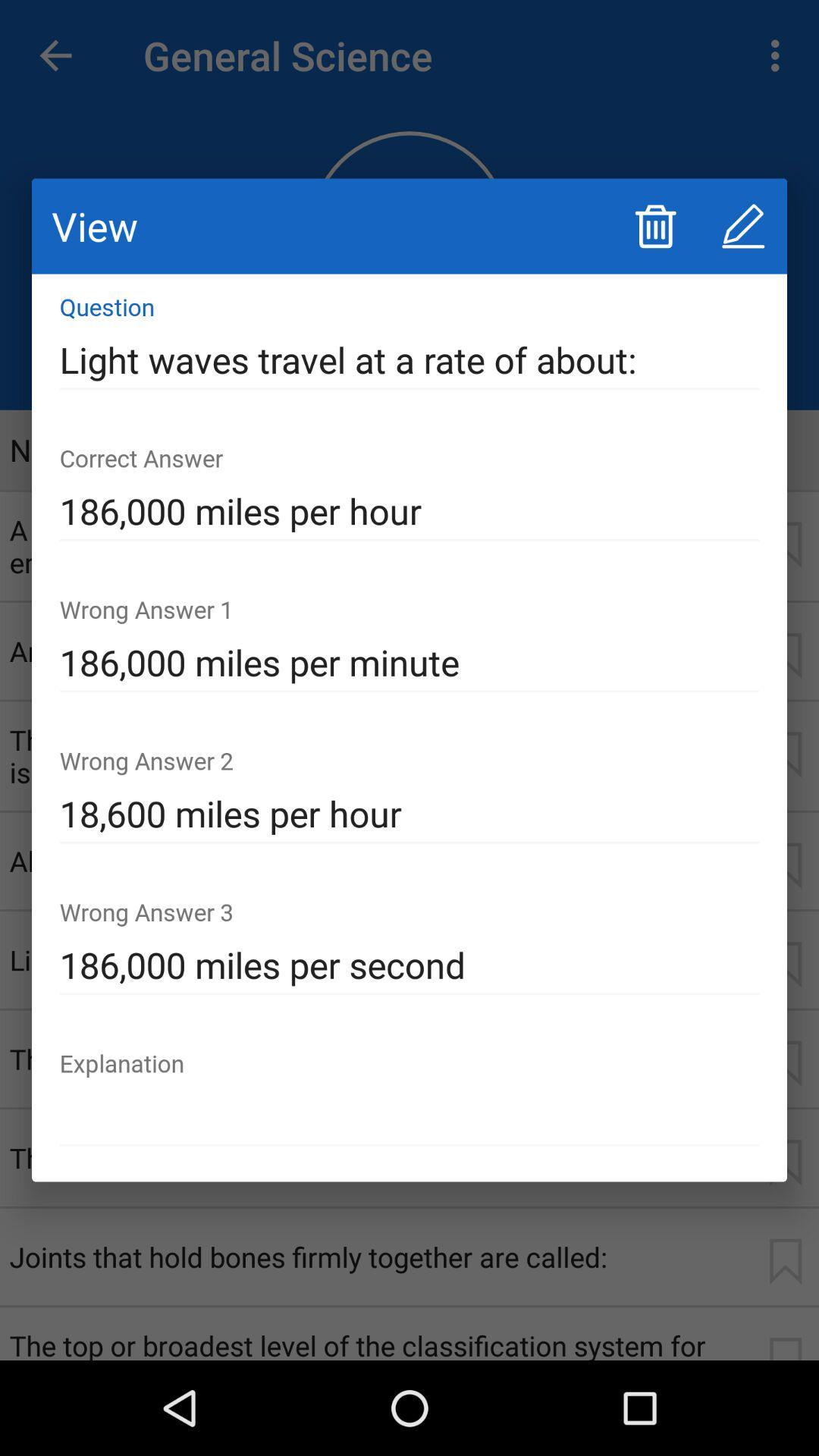  What do you see at coordinates (409, 814) in the screenshot?
I see `the icon above 186 000 miles` at bounding box center [409, 814].